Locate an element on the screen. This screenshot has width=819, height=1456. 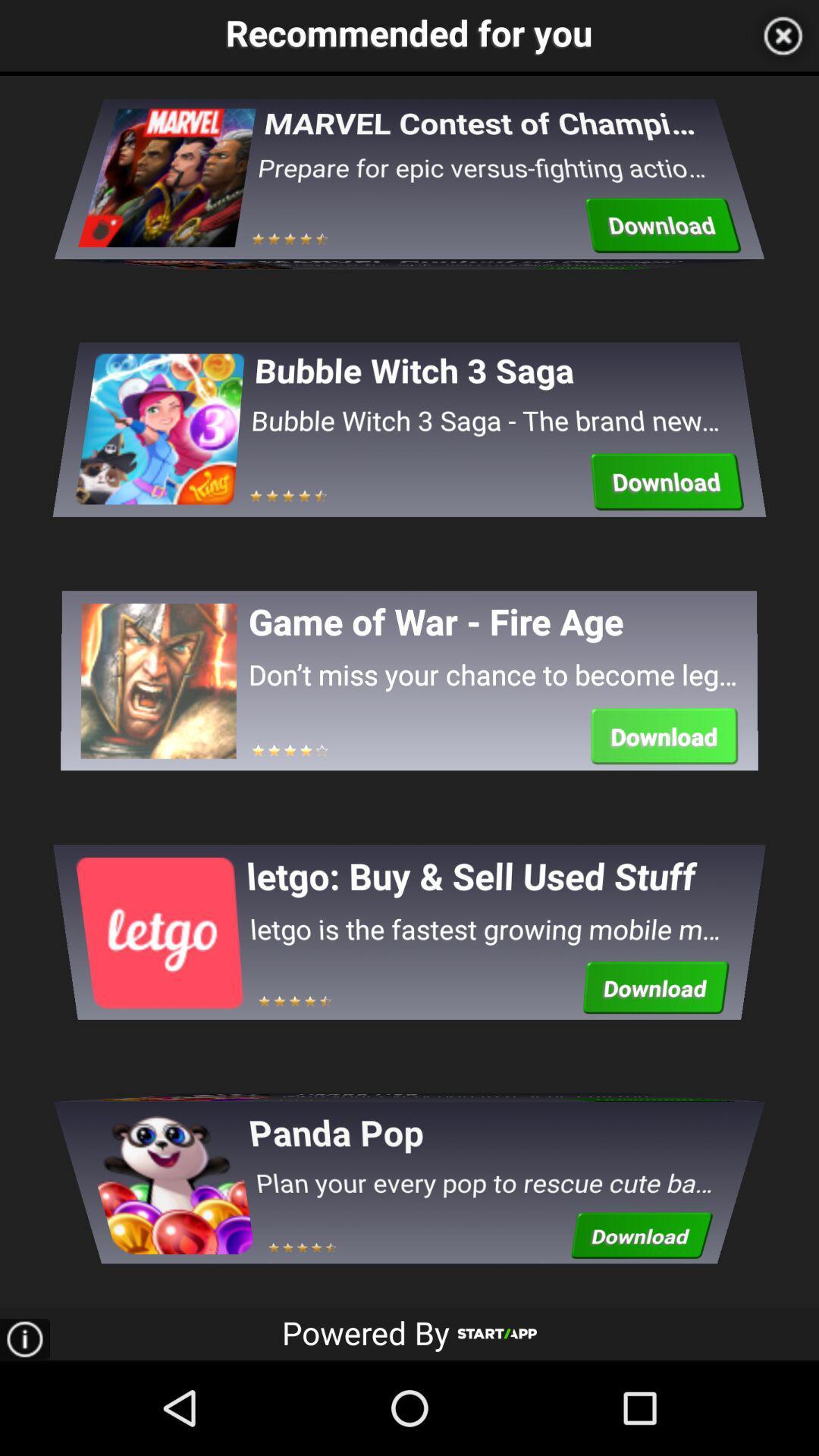
the close icon is located at coordinates (783, 38).